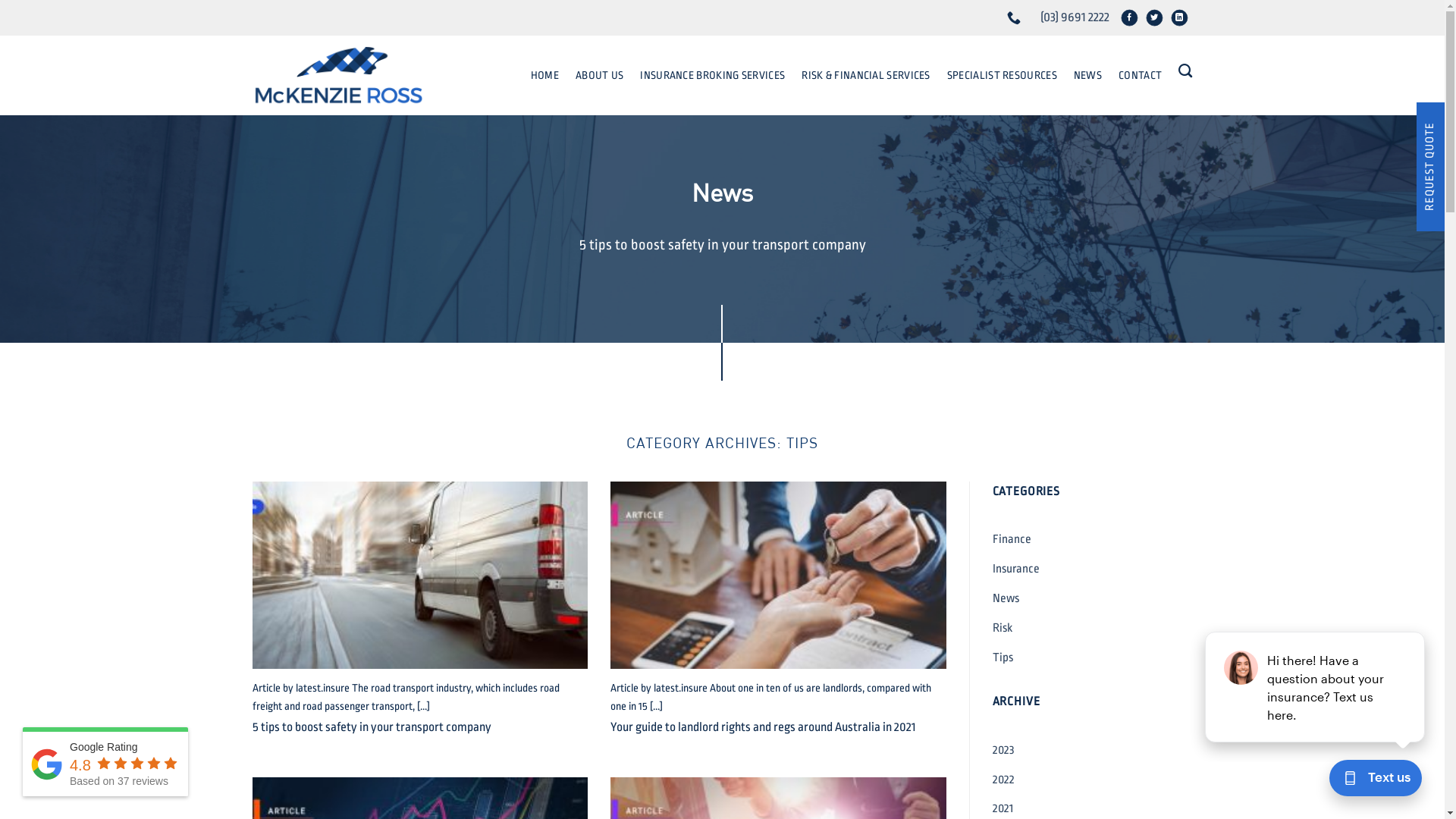 This screenshot has width=1456, height=819. What do you see at coordinates (992, 538) in the screenshot?
I see `'Finance'` at bounding box center [992, 538].